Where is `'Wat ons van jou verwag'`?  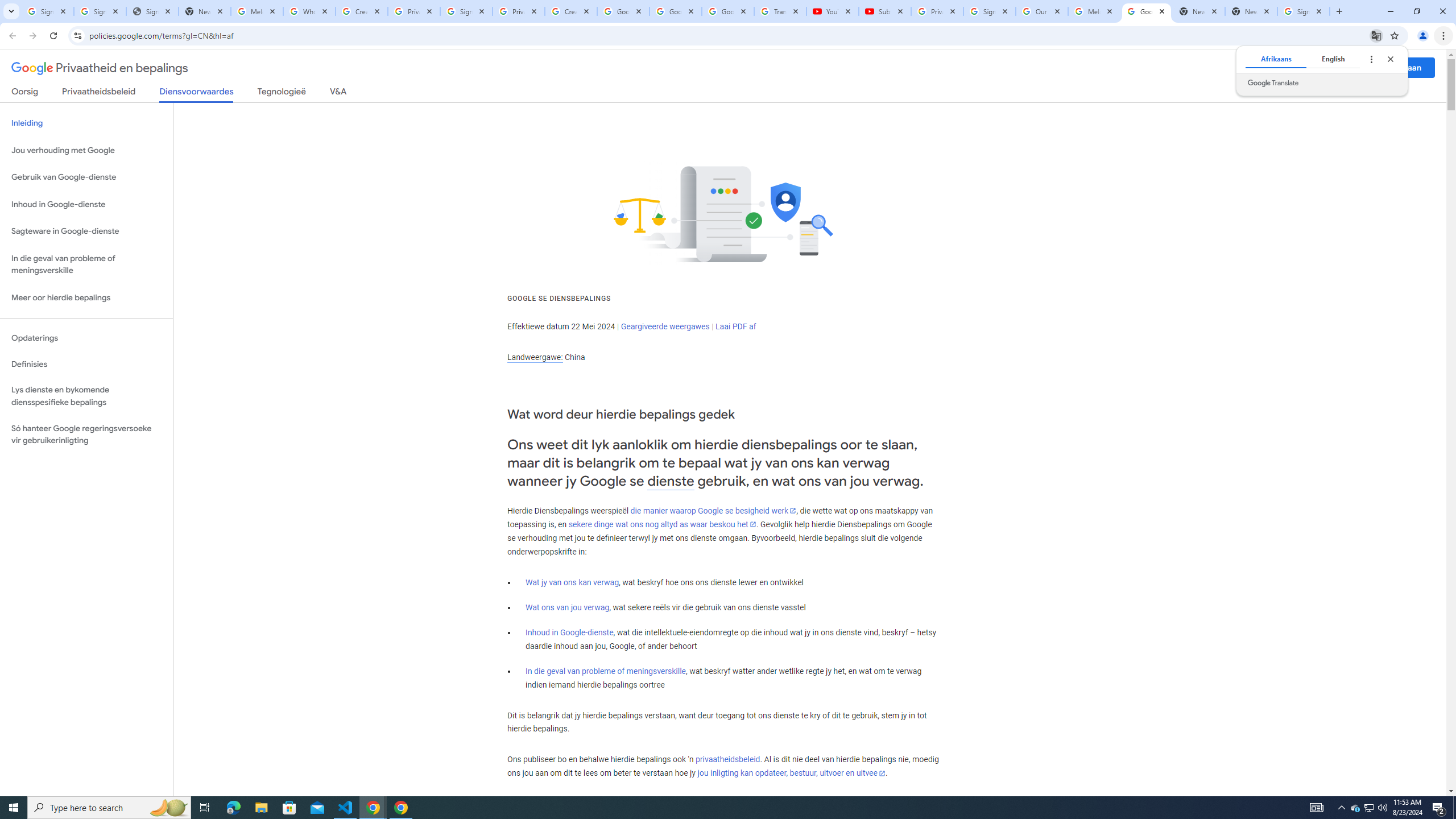 'Wat ons van jou verwag' is located at coordinates (568, 606).